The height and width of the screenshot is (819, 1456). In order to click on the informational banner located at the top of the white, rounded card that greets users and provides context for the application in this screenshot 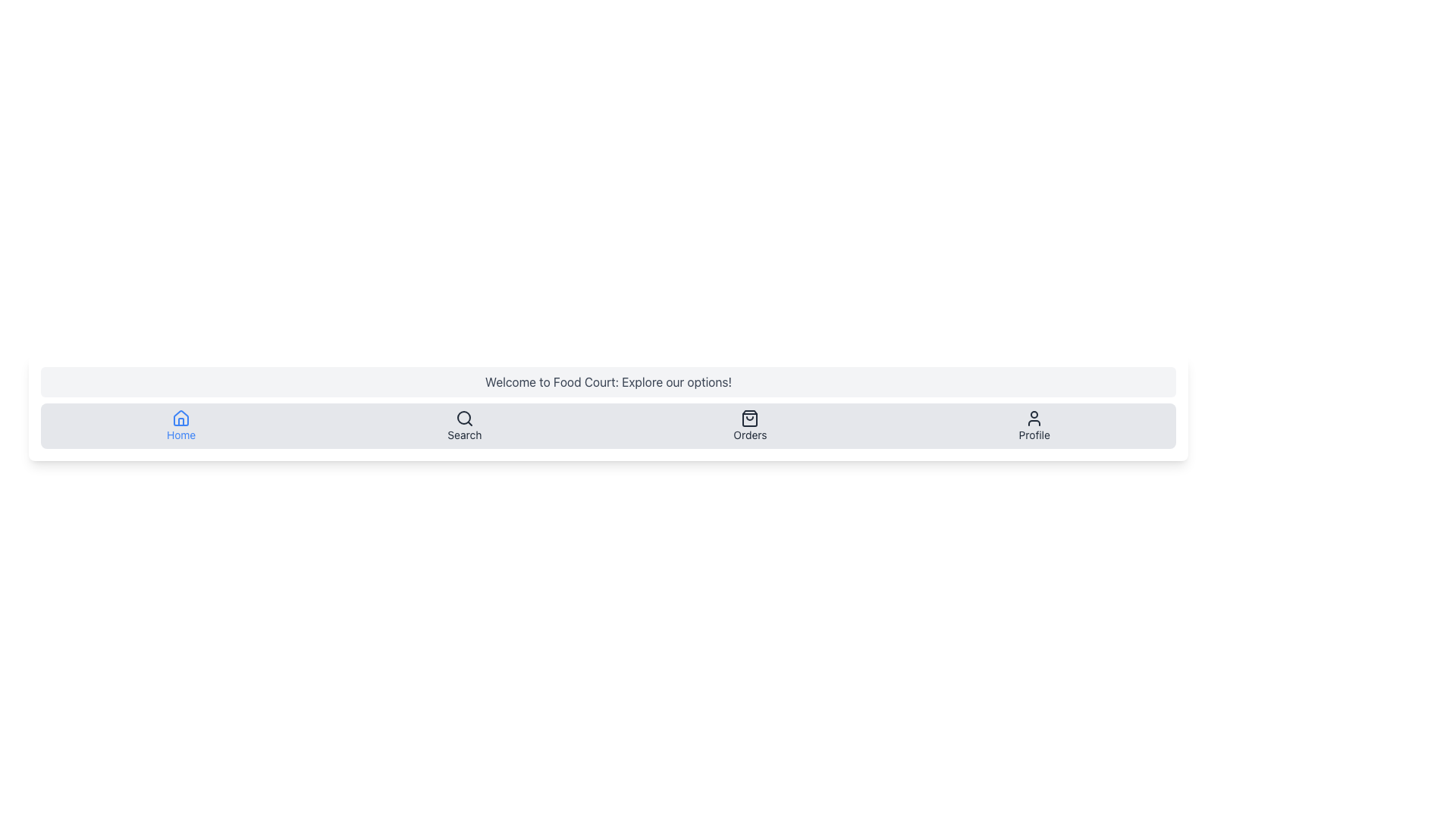, I will do `click(608, 381)`.